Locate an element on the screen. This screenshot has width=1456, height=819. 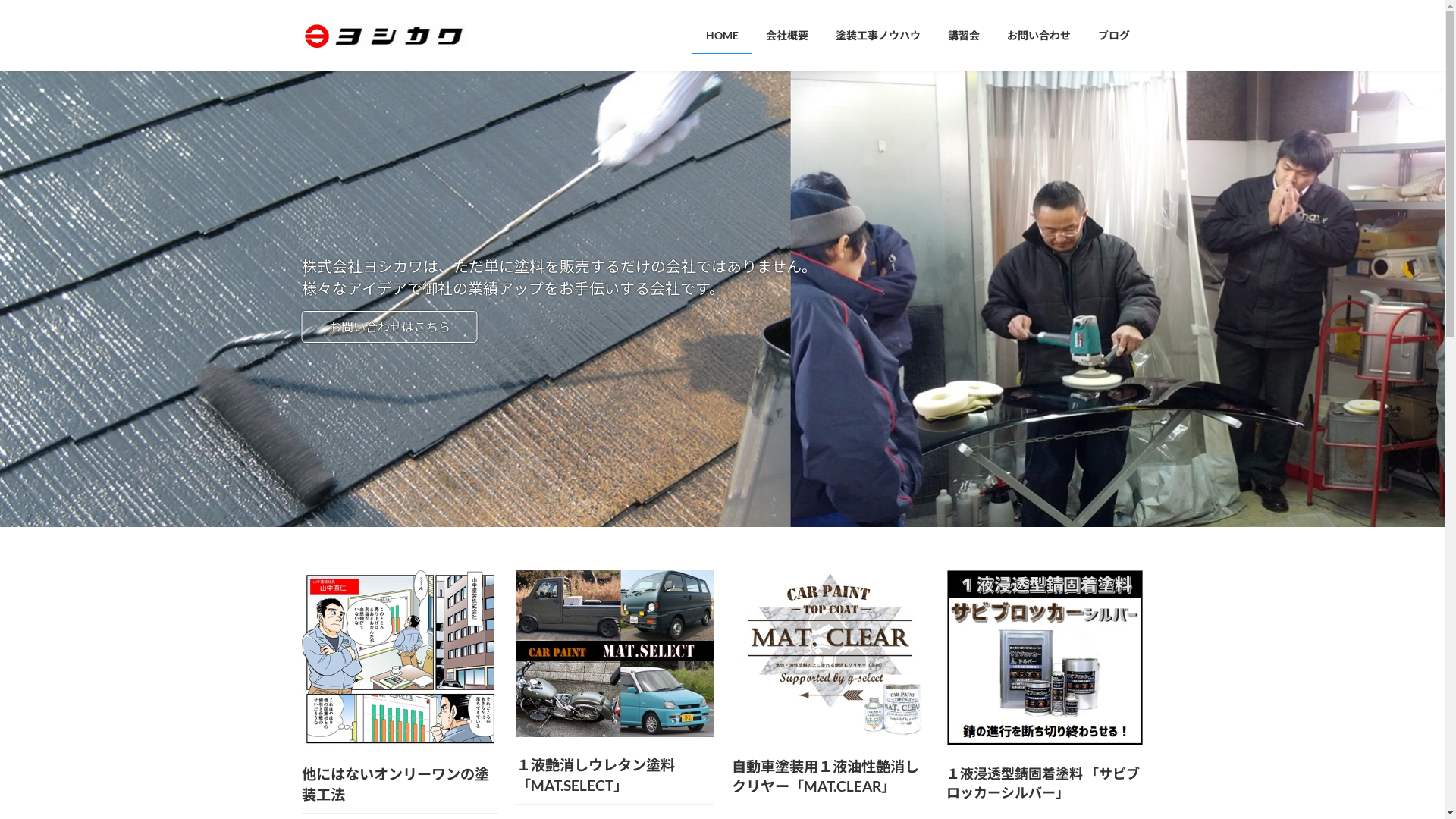
'HOME' is located at coordinates (720, 34).